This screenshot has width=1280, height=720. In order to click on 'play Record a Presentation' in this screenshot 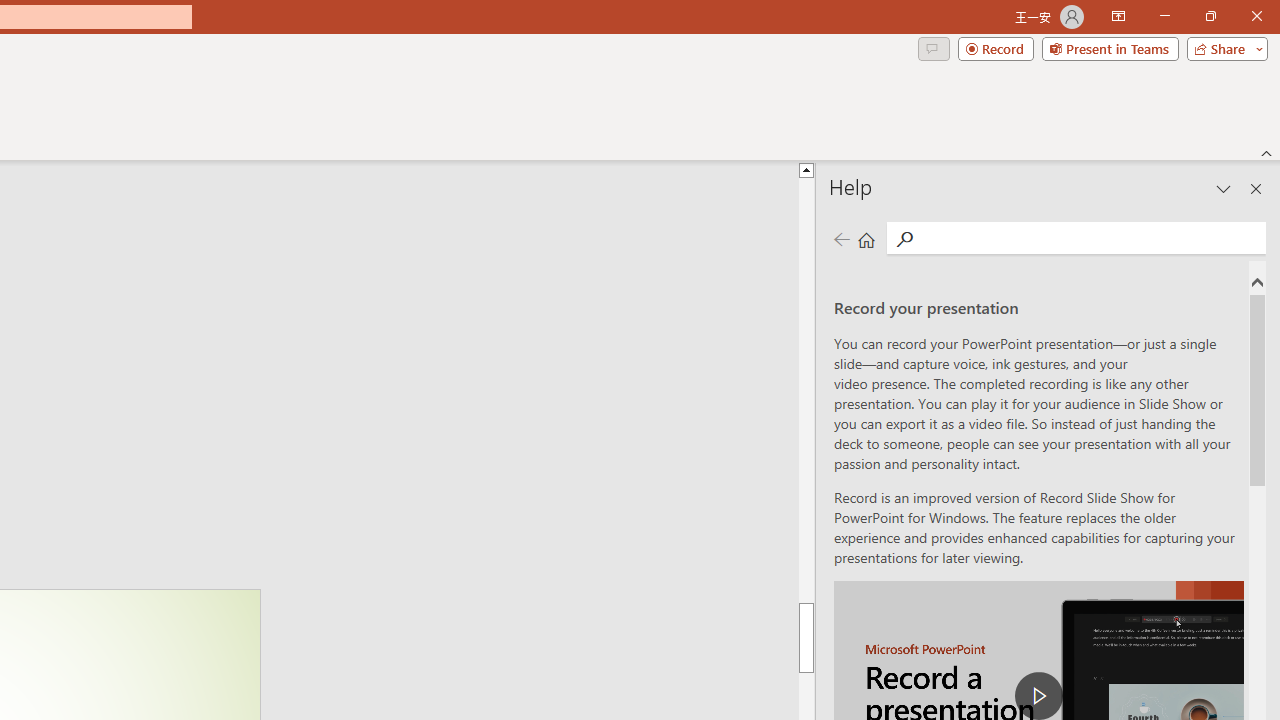, I will do `click(1038, 694)`.